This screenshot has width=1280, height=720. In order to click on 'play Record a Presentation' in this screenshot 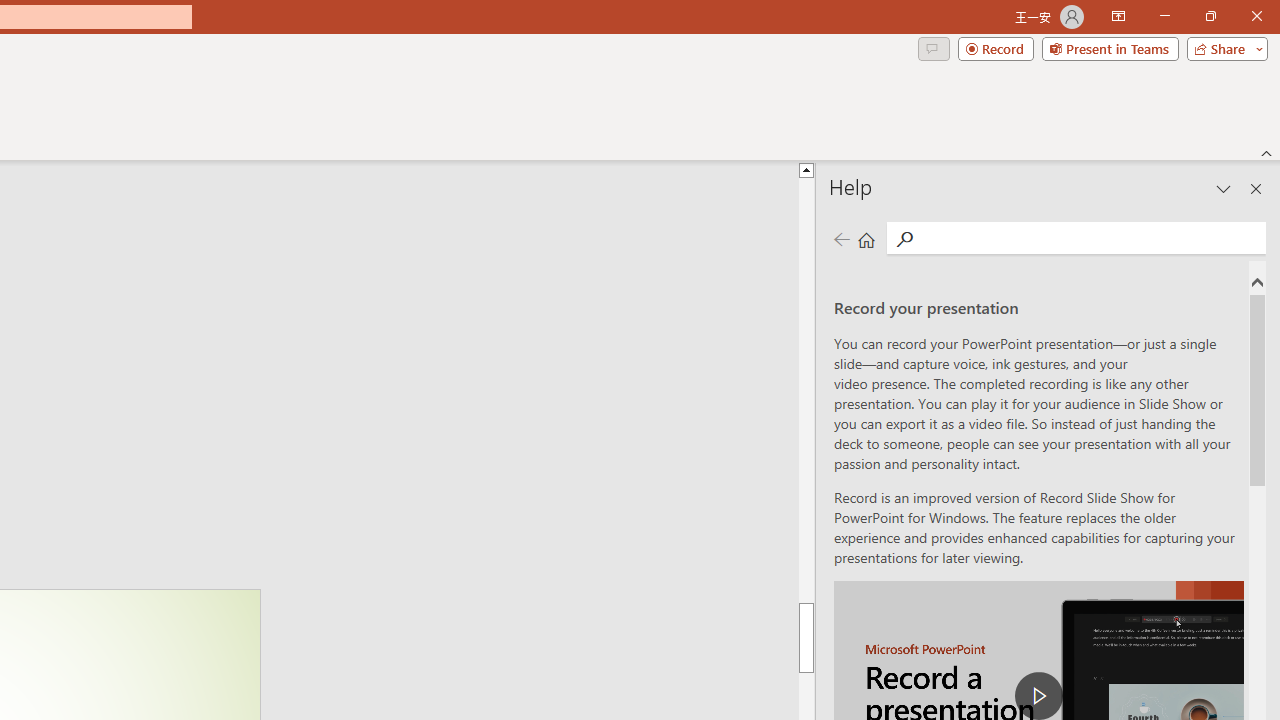, I will do `click(1038, 694)`.